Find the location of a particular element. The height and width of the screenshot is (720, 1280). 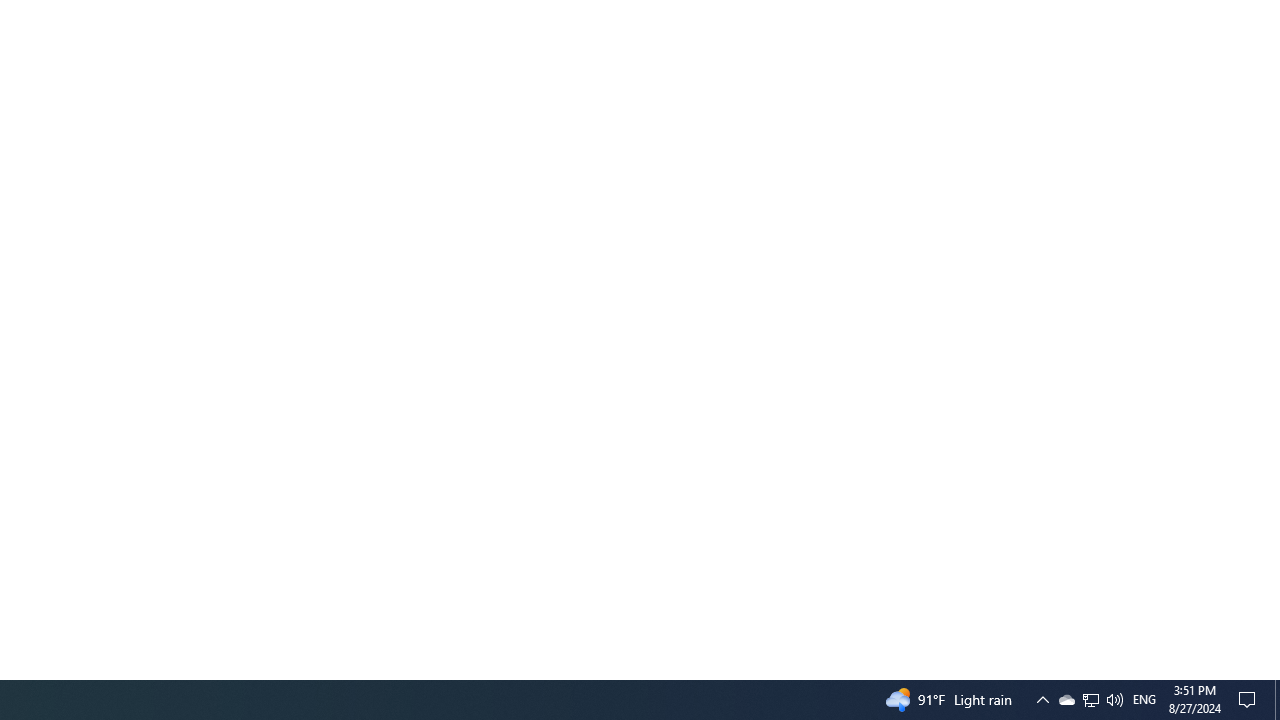

'User Promoted Notification Area' is located at coordinates (1089, 698).